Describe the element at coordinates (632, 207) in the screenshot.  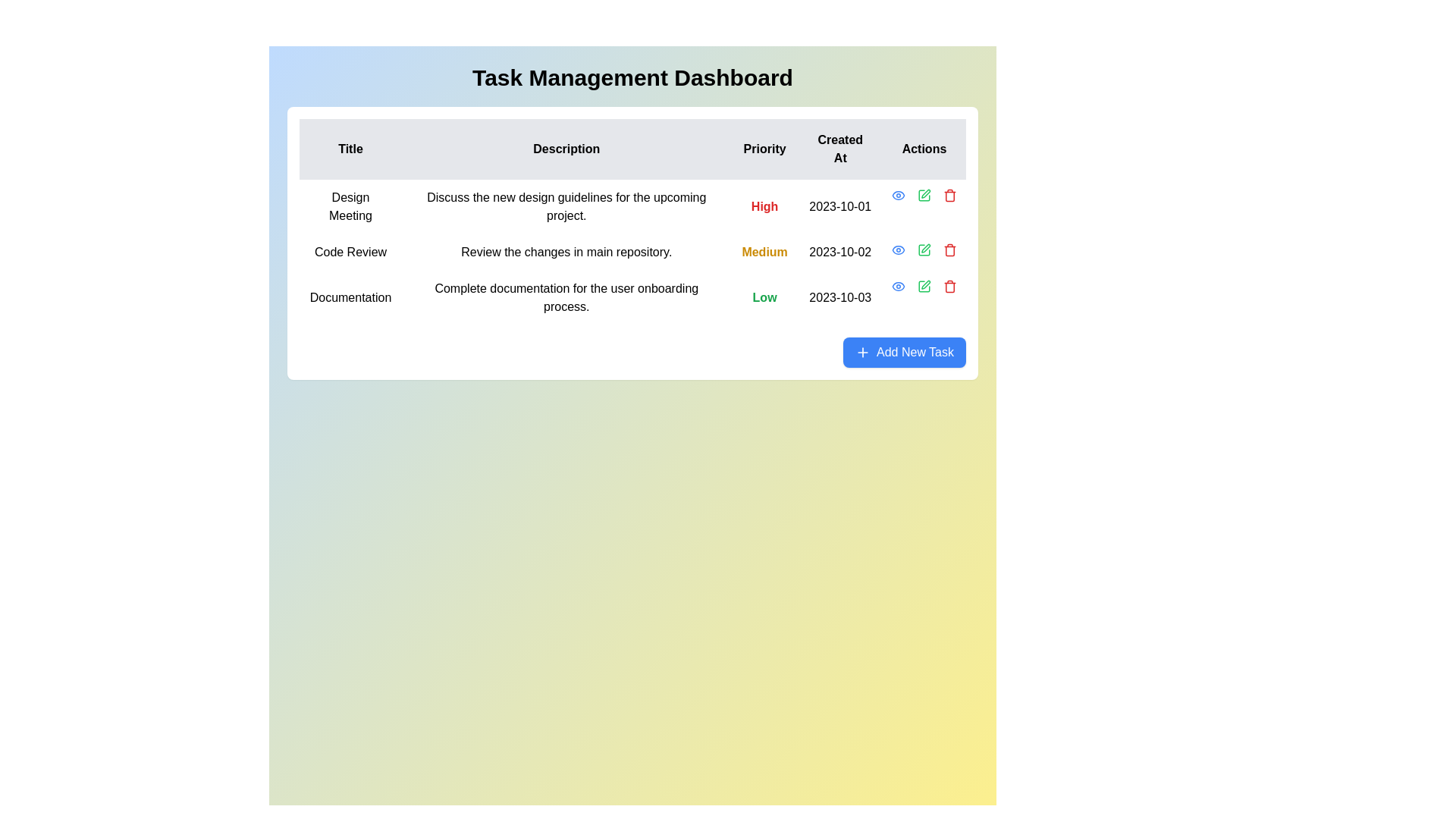
I see `the first row of the task management table` at that location.